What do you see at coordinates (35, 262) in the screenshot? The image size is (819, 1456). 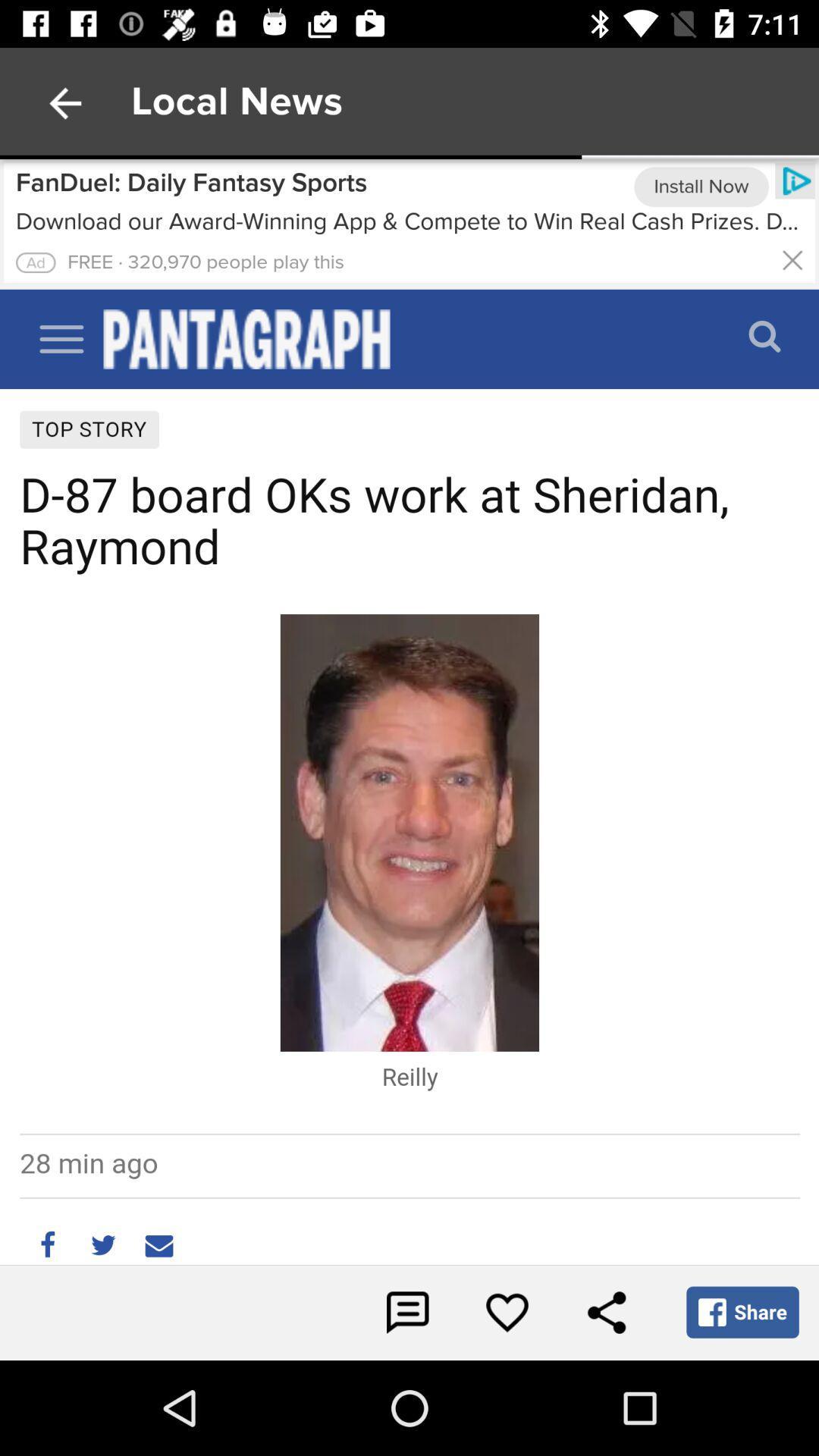 I see `description` at bounding box center [35, 262].